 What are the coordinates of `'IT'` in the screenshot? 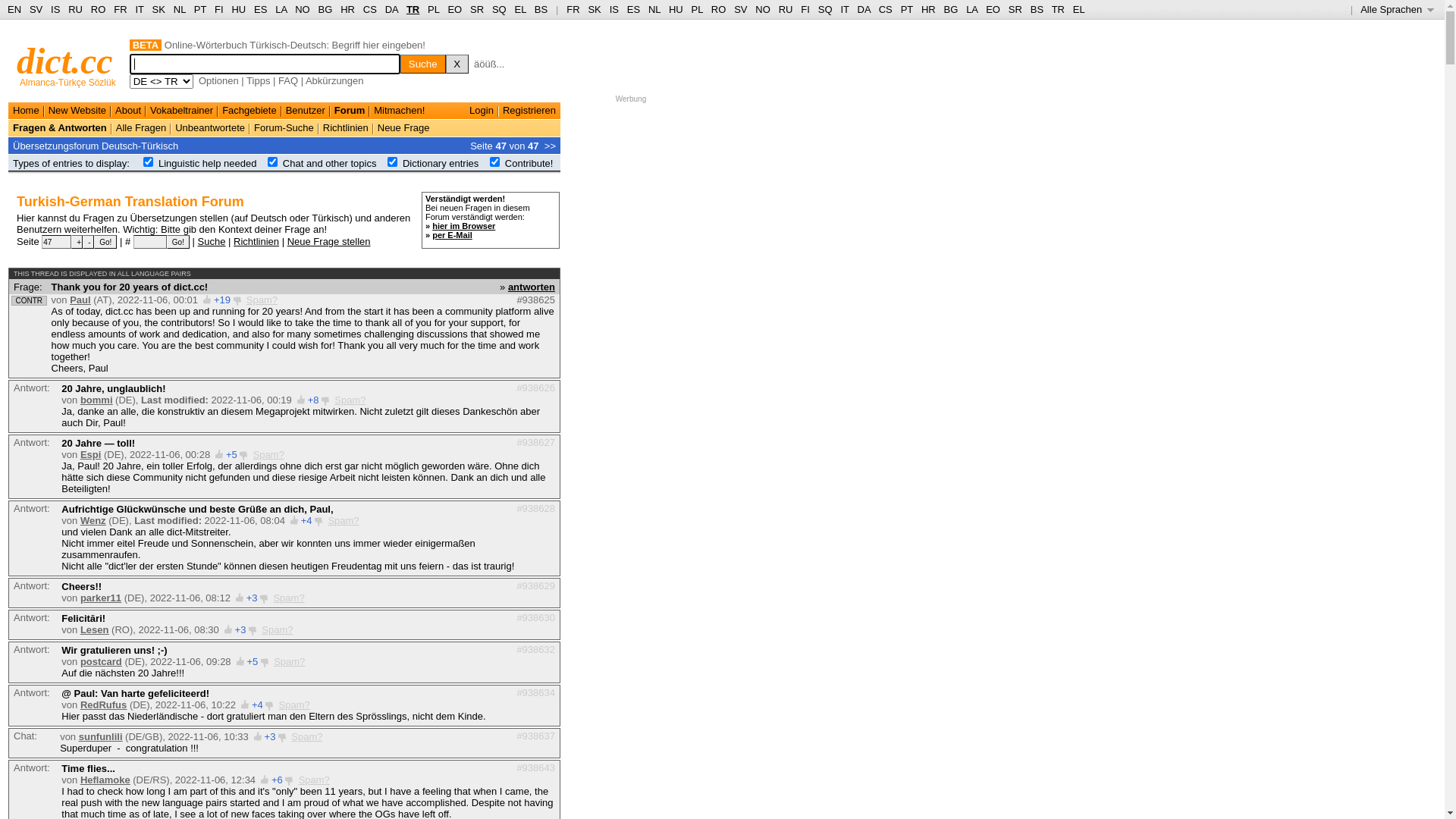 It's located at (843, 9).